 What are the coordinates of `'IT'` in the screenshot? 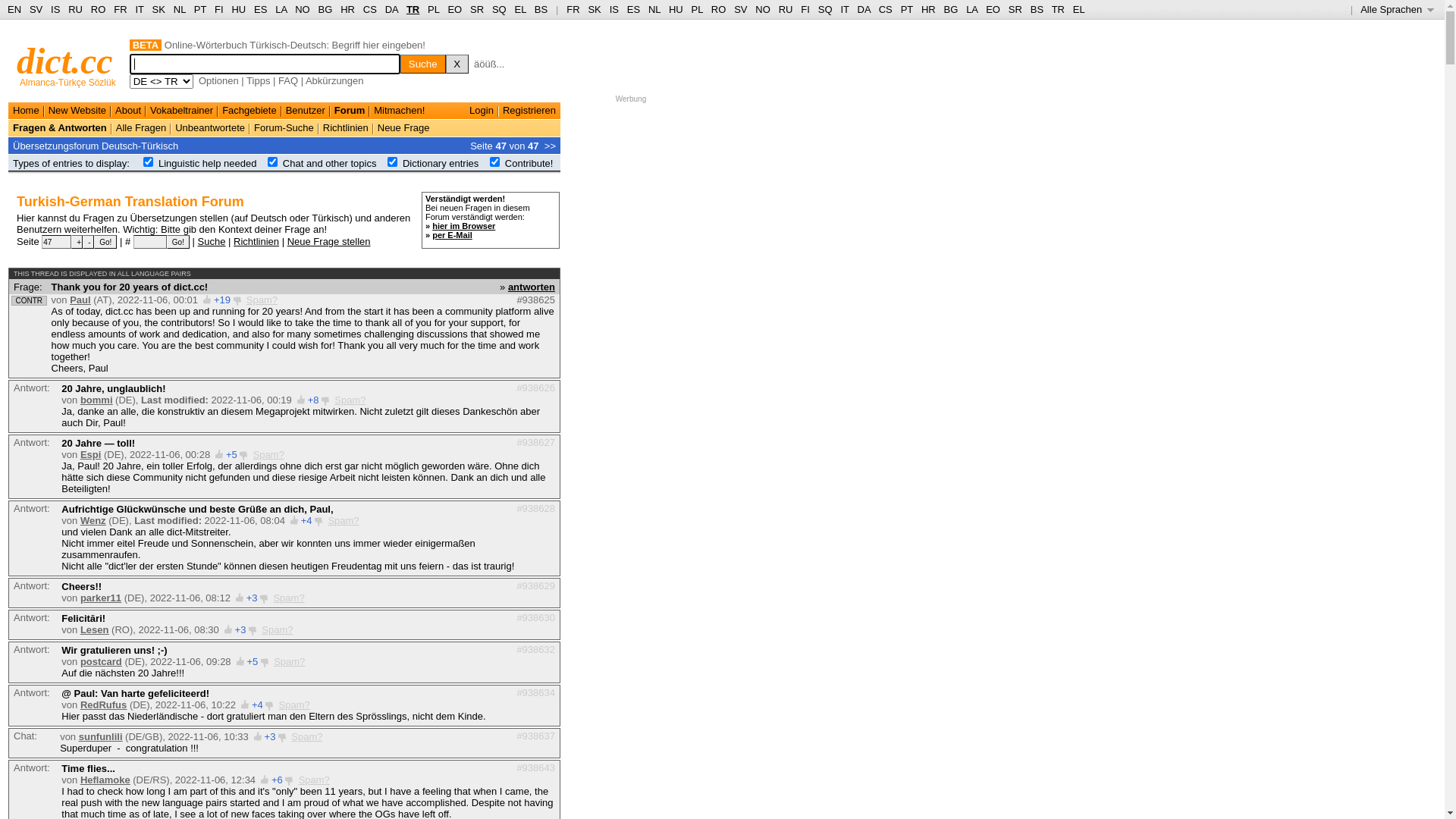 It's located at (843, 9).